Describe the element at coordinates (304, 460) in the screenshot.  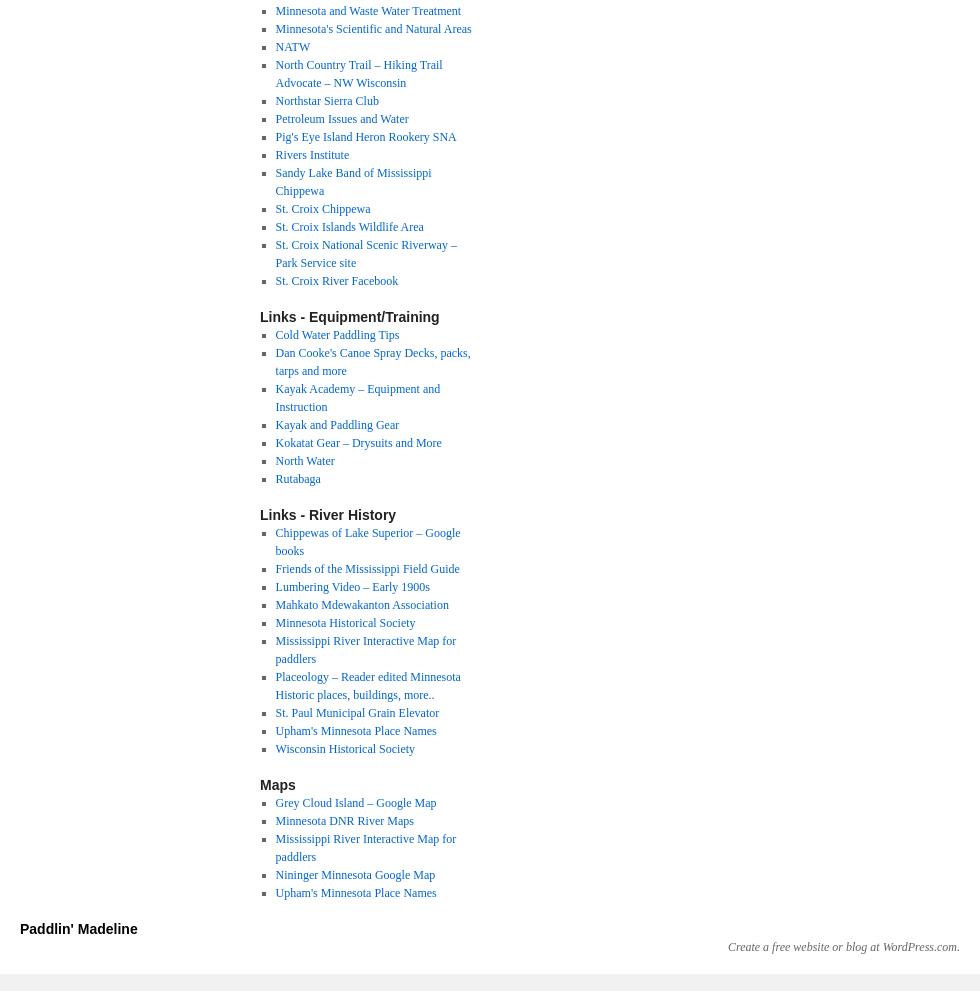
I see `'North Water'` at that location.